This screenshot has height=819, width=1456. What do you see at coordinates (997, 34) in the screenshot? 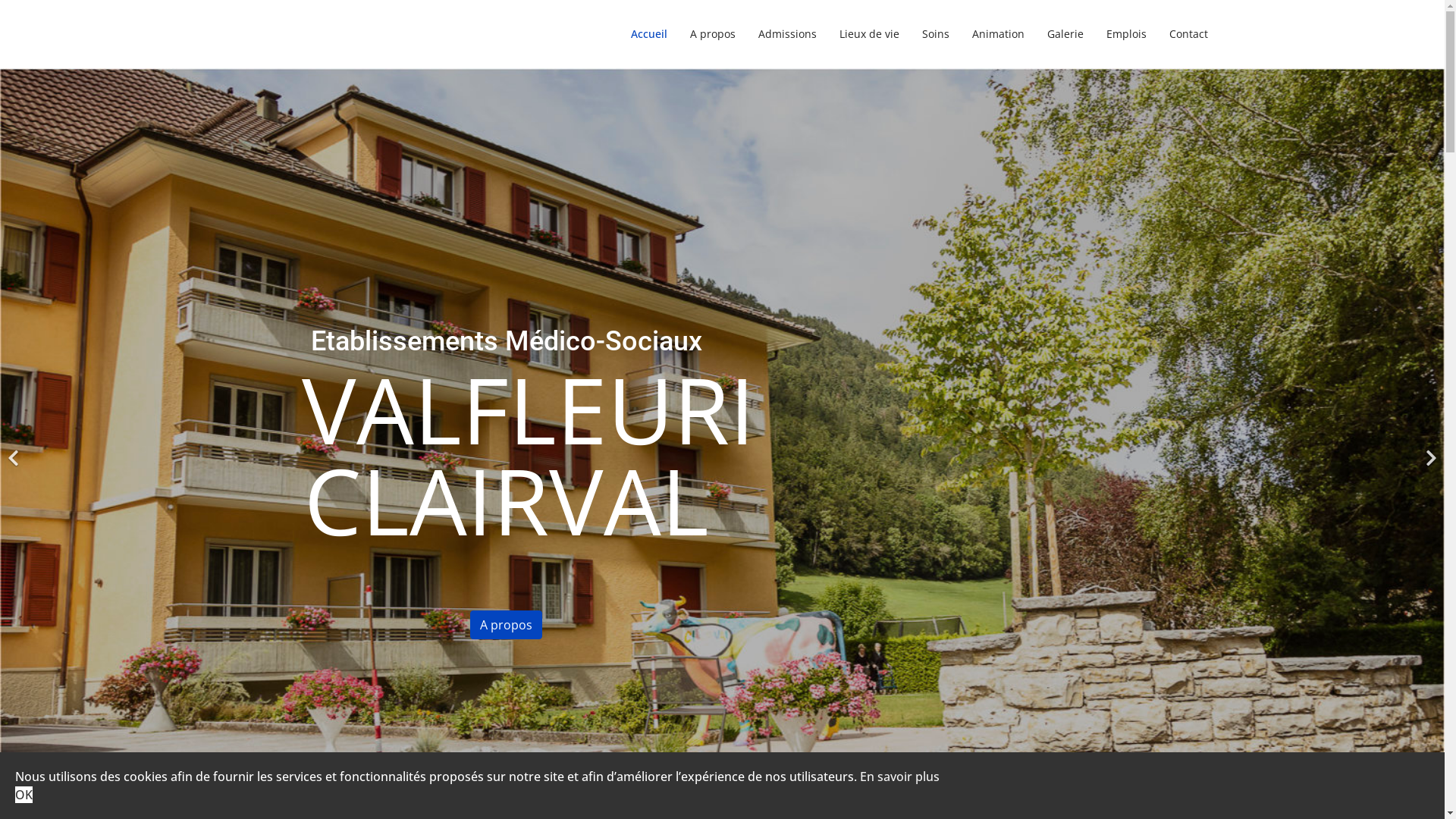
I see `'Animation'` at bounding box center [997, 34].